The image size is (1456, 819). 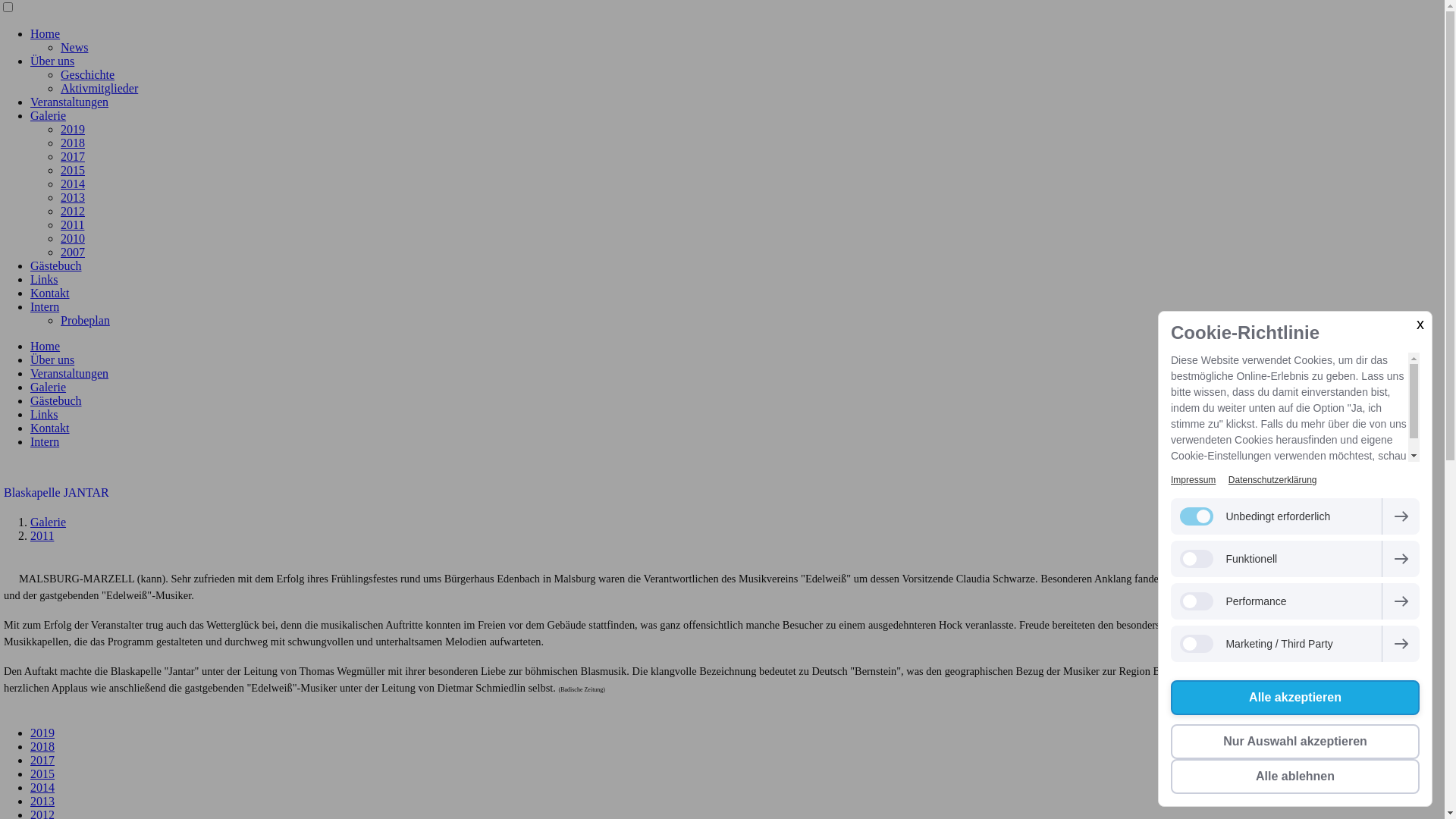 What do you see at coordinates (42, 786) in the screenshot?
I see `'2014'` at bounding box center [42, 786].